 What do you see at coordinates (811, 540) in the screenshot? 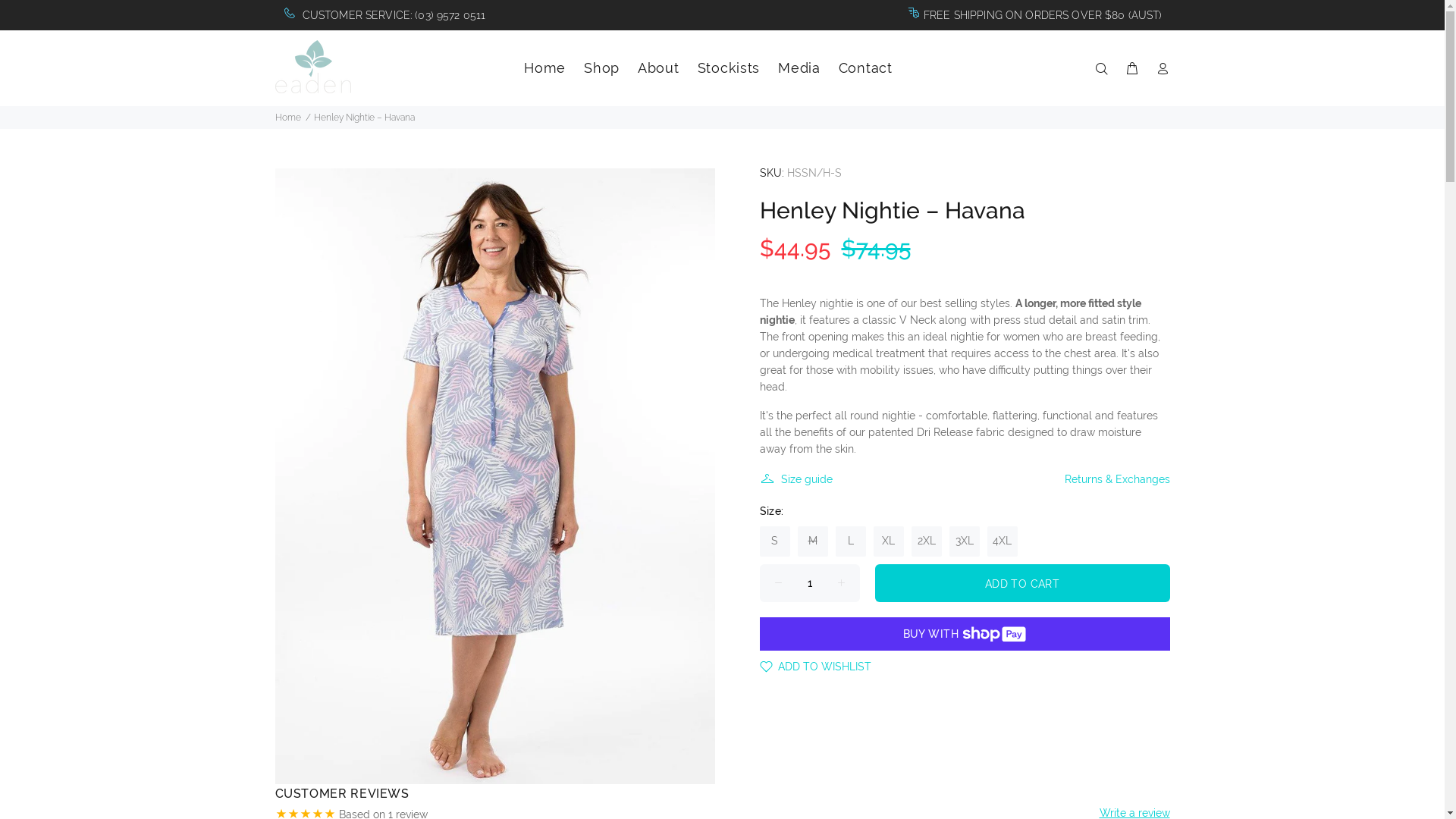
I see `'M'` at bounding box center [811, 540].